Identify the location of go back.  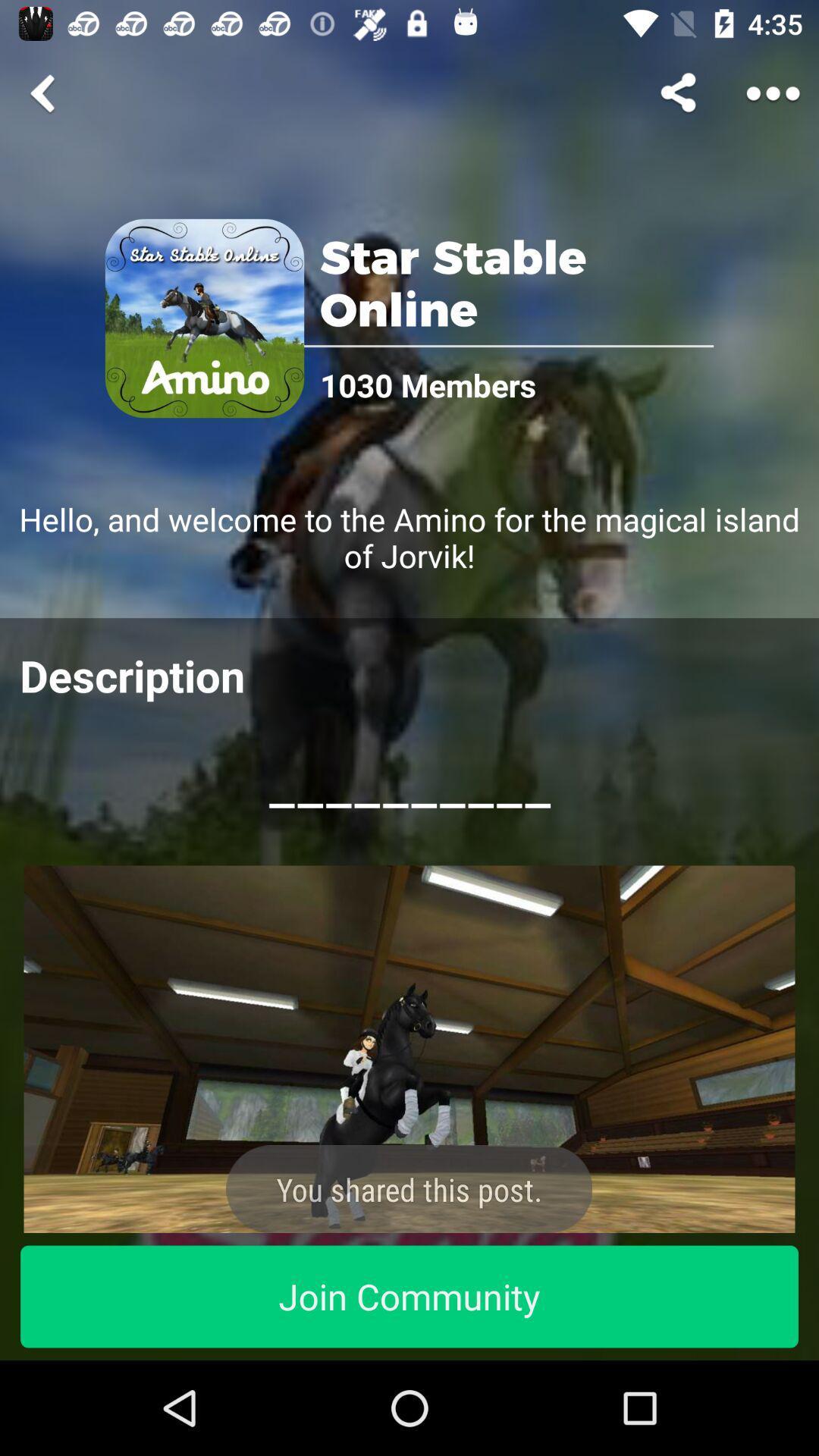
(45, 93).